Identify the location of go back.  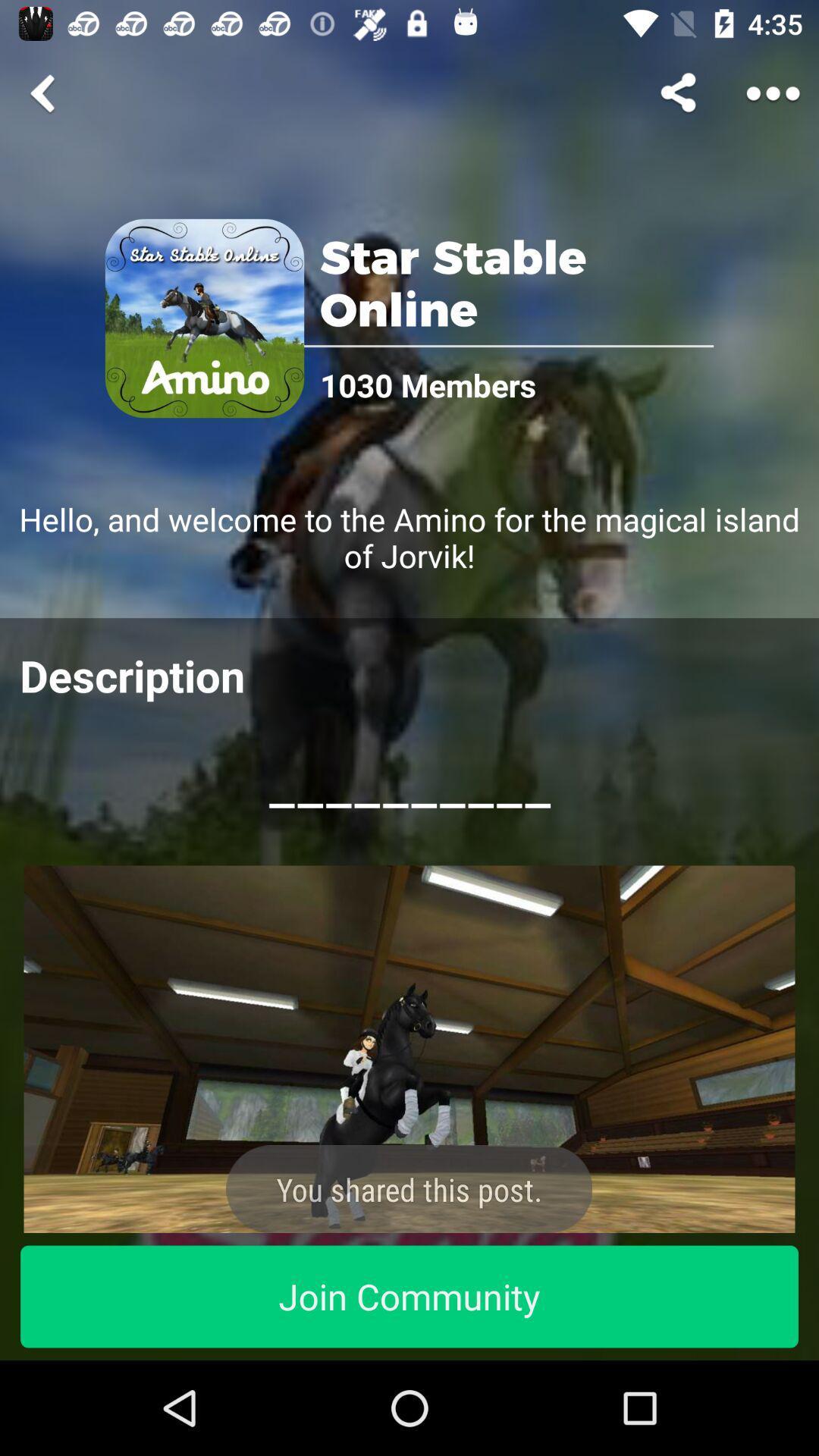
(45, 93).